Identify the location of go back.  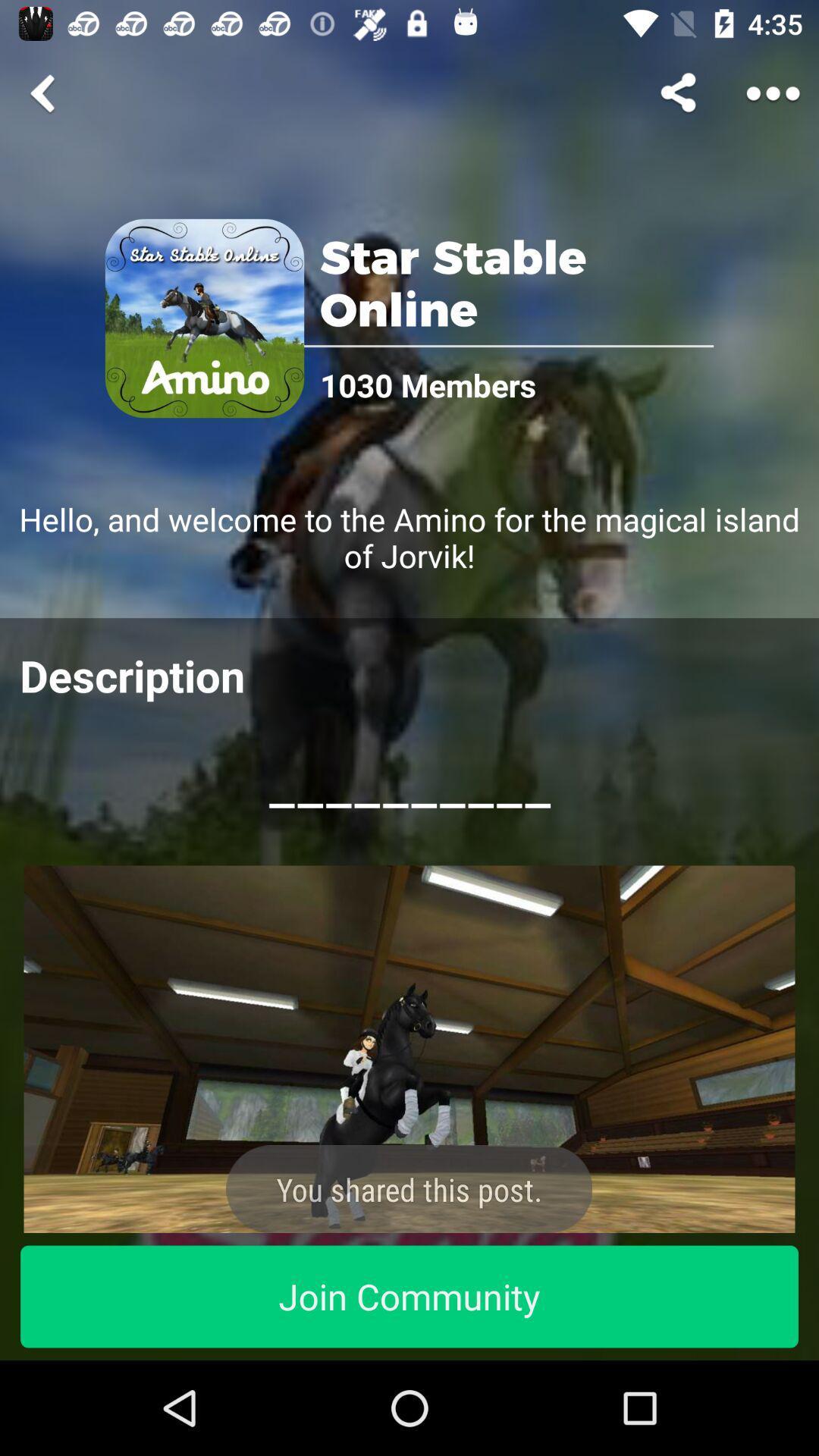
(45, 93).